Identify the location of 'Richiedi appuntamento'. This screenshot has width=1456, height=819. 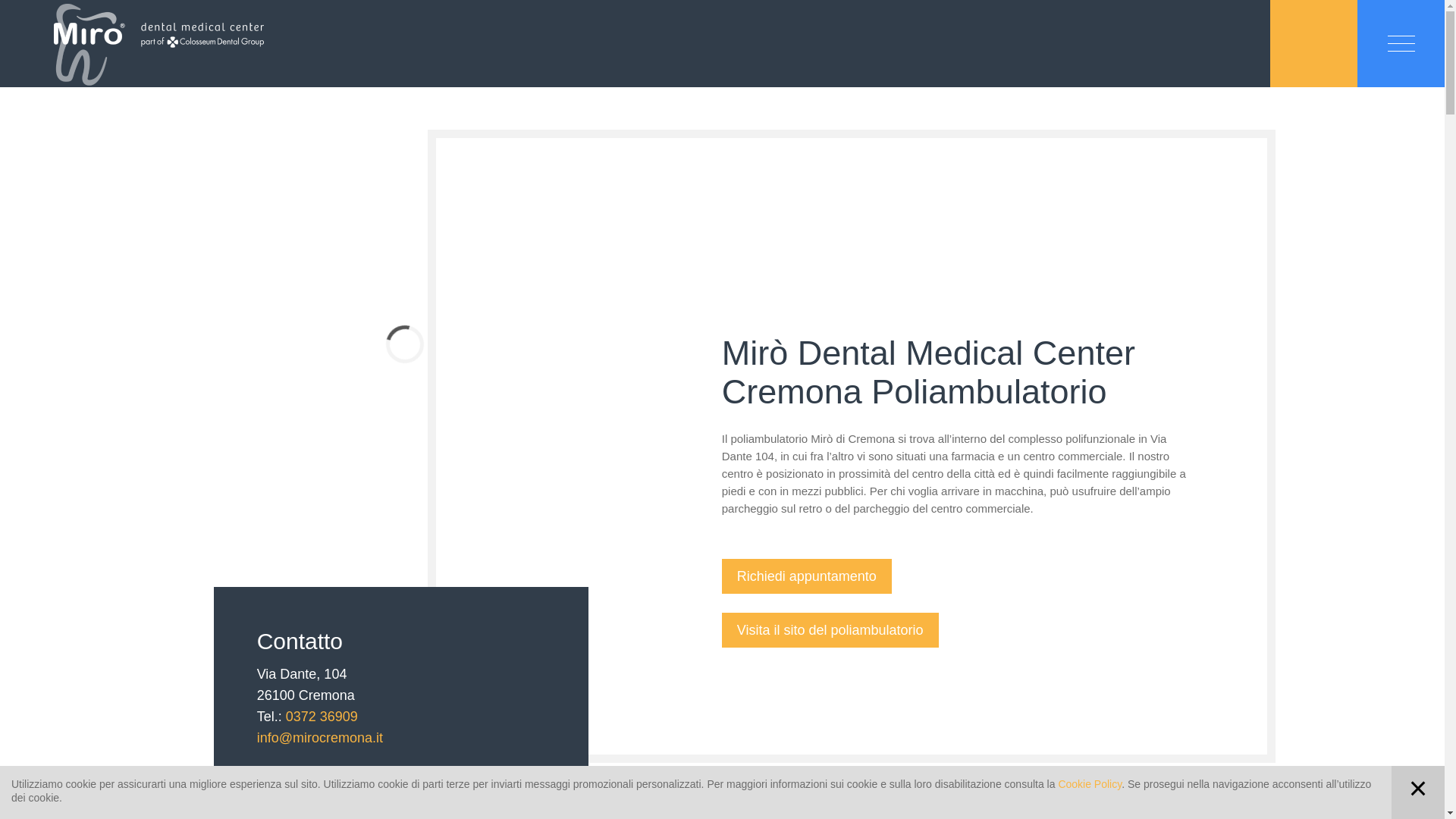
(720, 576).